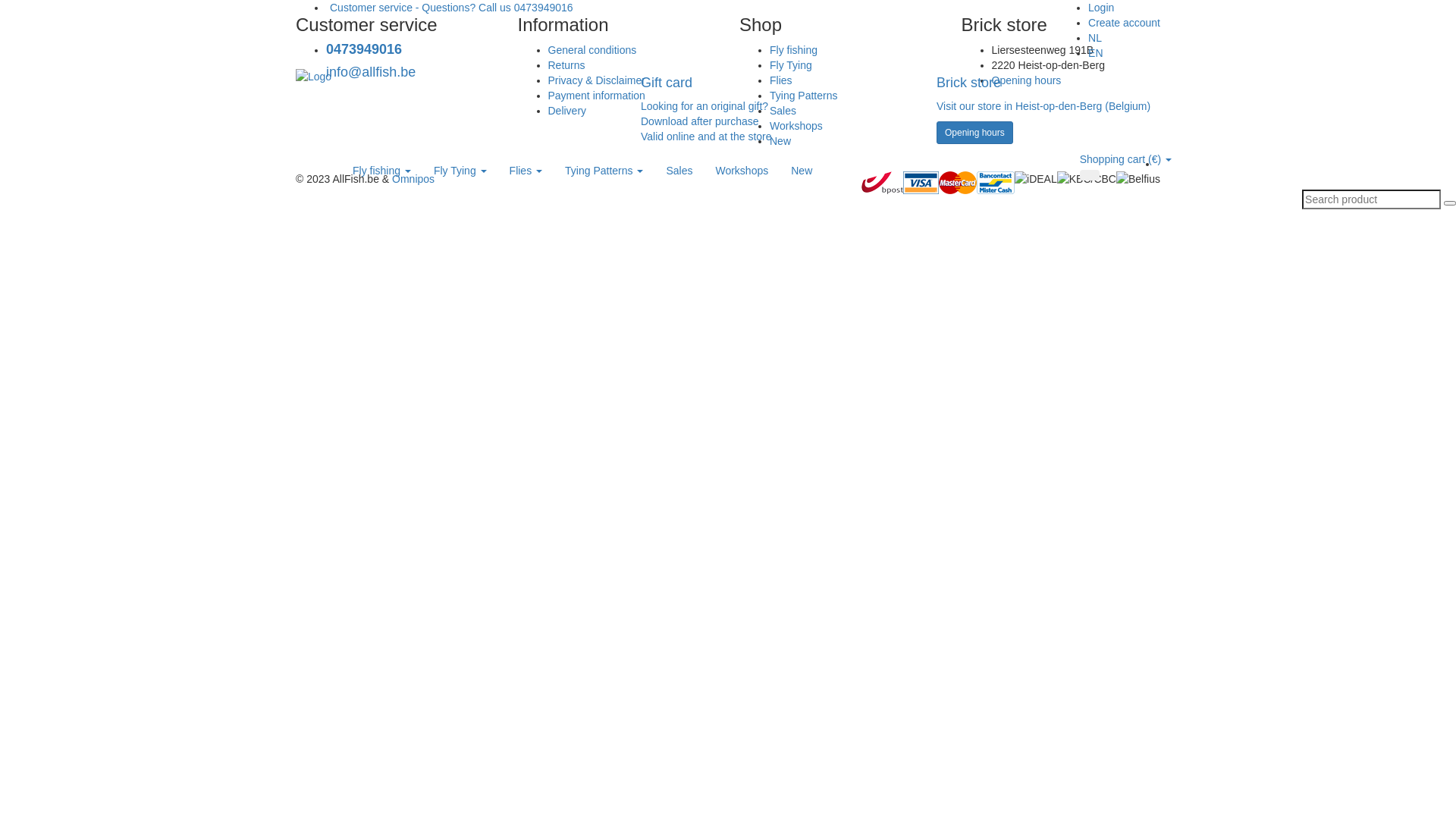 This screenshot has height=819, width=1456. I want to click on 'New', so click(780, 140).